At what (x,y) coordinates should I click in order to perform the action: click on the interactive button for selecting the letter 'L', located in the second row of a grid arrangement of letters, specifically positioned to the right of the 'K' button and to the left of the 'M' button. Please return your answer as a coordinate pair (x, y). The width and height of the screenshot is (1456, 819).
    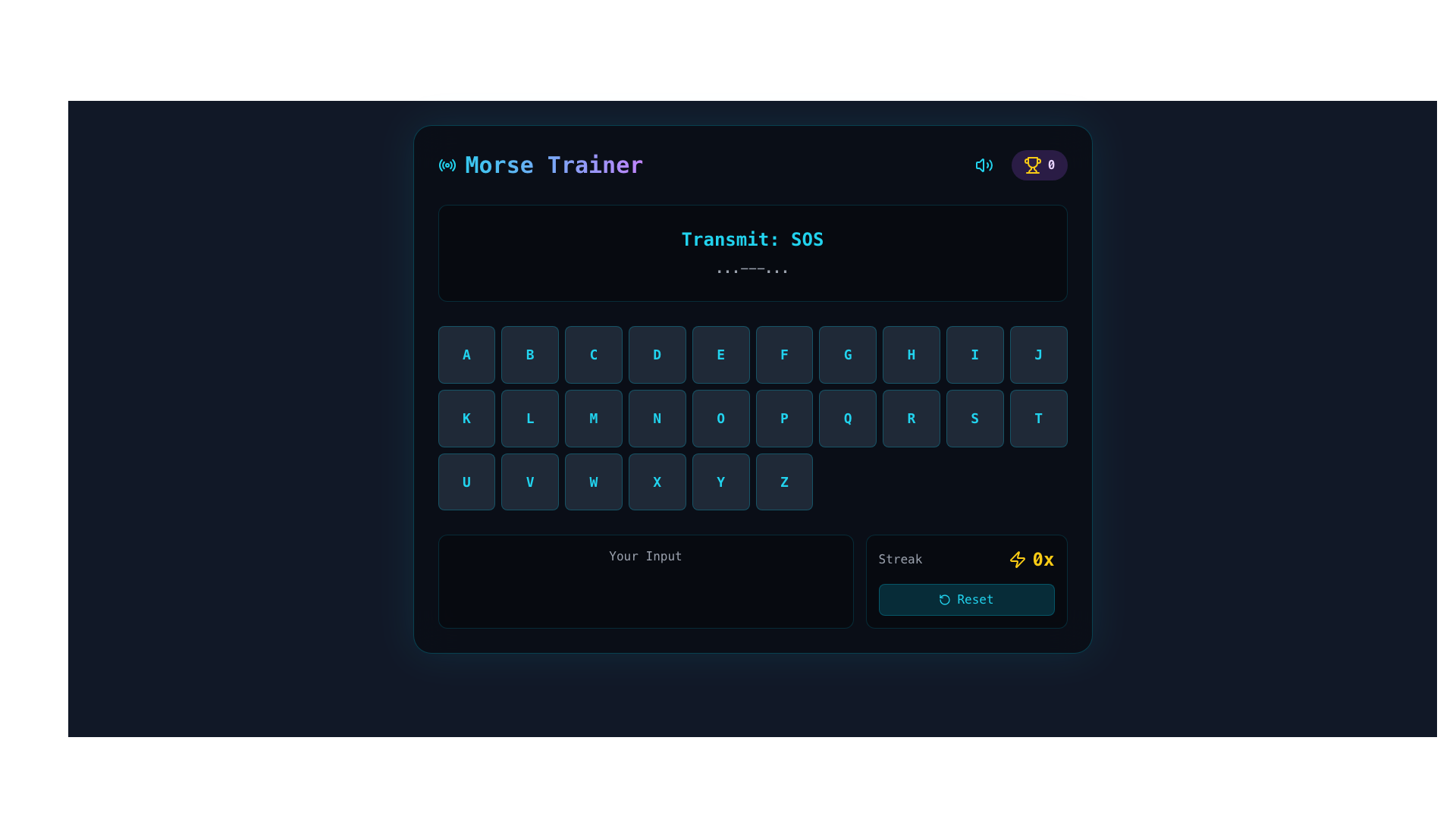
    Looking at the image, I should click on (530, 418).